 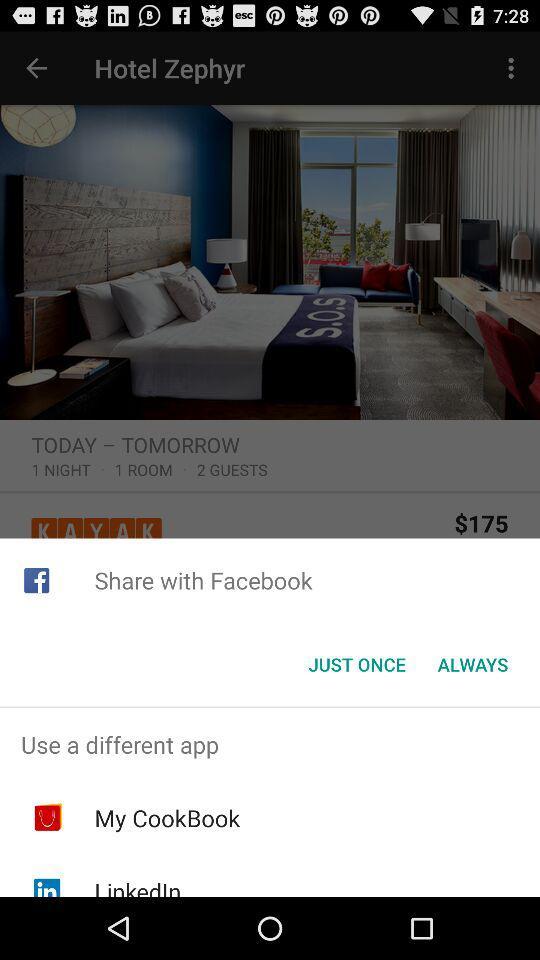 What do you see at coordinates (166, 818) in the screenshot?
I see `the icon above the linkedin` at bounding box center [166, 818].